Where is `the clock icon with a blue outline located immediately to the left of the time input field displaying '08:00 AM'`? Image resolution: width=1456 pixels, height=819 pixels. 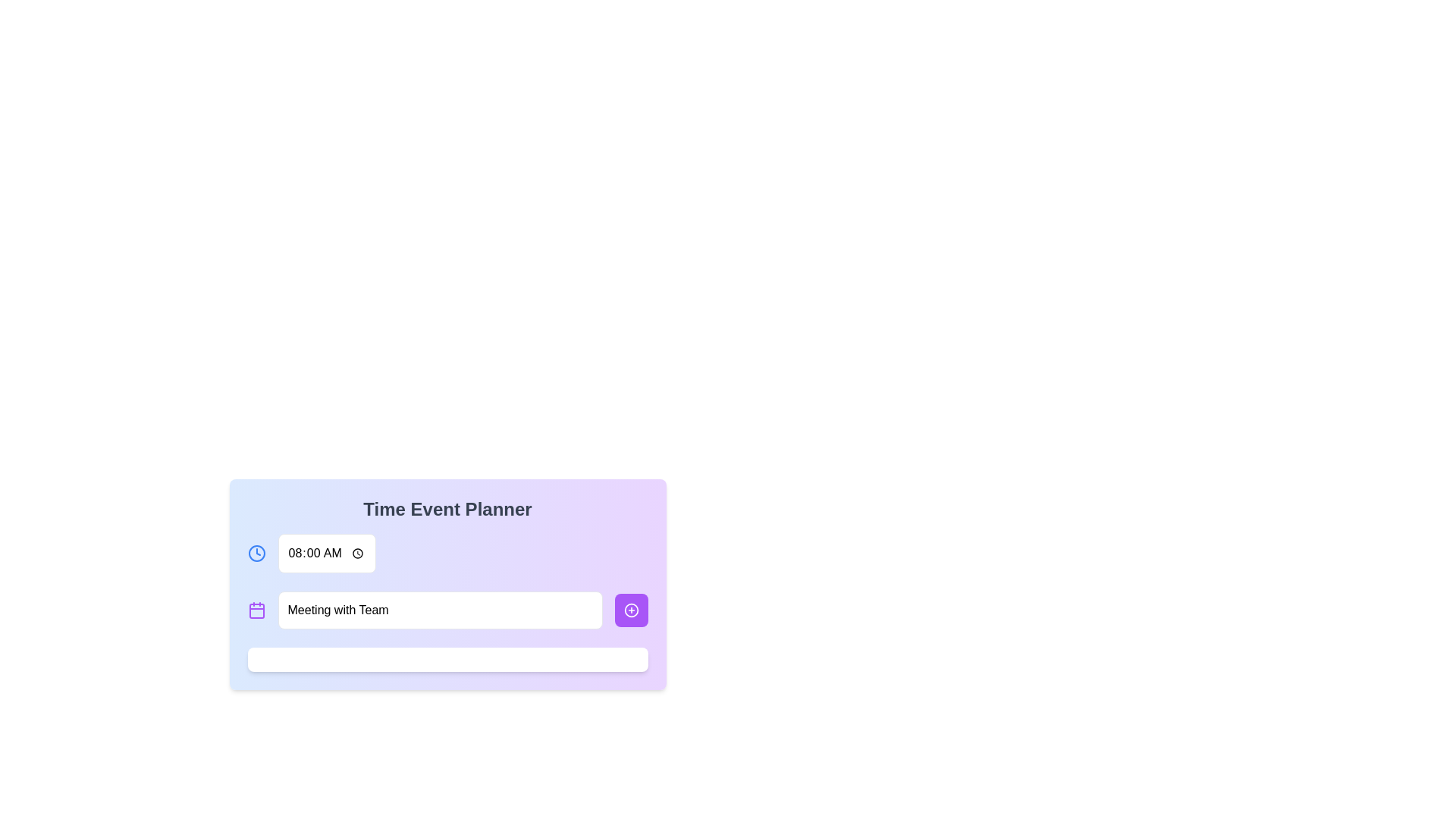 the clock icon with a blue outline located immediately to the left of the time input field displaying '08:00 AM' is located at coordinates (256, 553).